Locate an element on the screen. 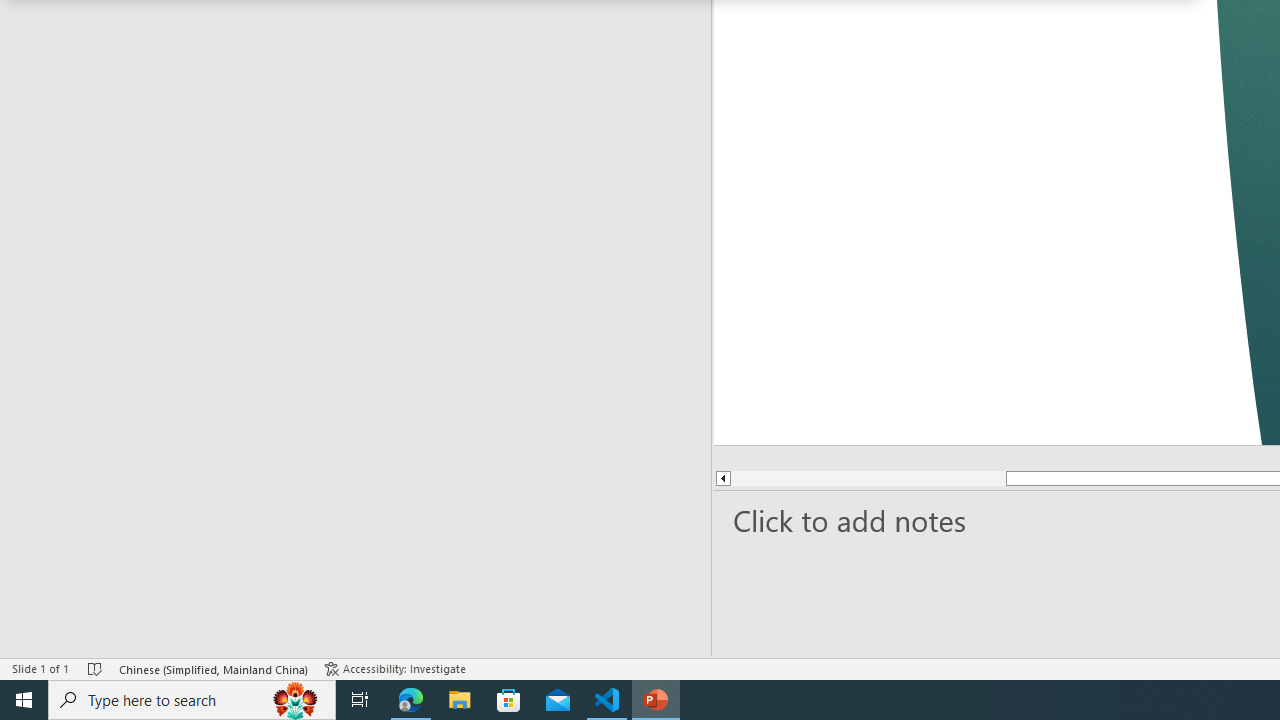 The height and width of the screenshot is (720, 1280). 'Microsoft Edge - 1 running window' is located at coordinates (410, 698).